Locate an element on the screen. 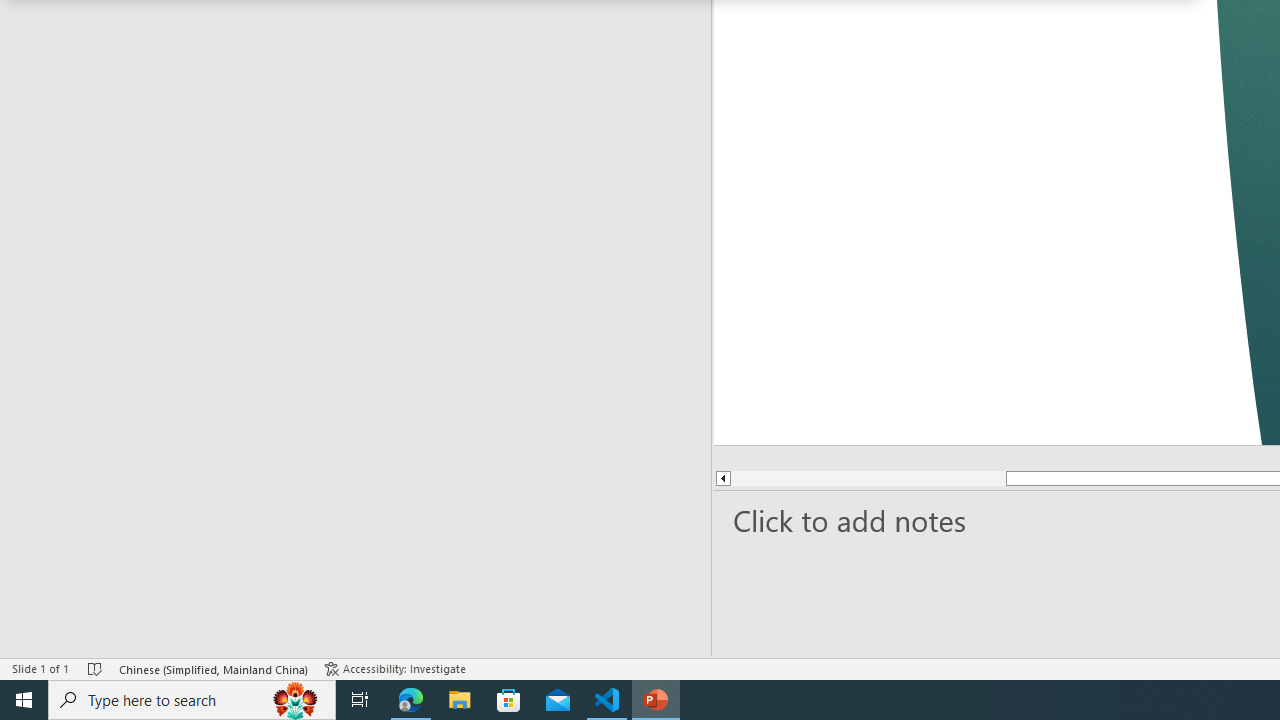 The height and width of the screenshot is (720, 1280). 'Microsoft Edge - 1 running window' is located at coordinates (410, 698).